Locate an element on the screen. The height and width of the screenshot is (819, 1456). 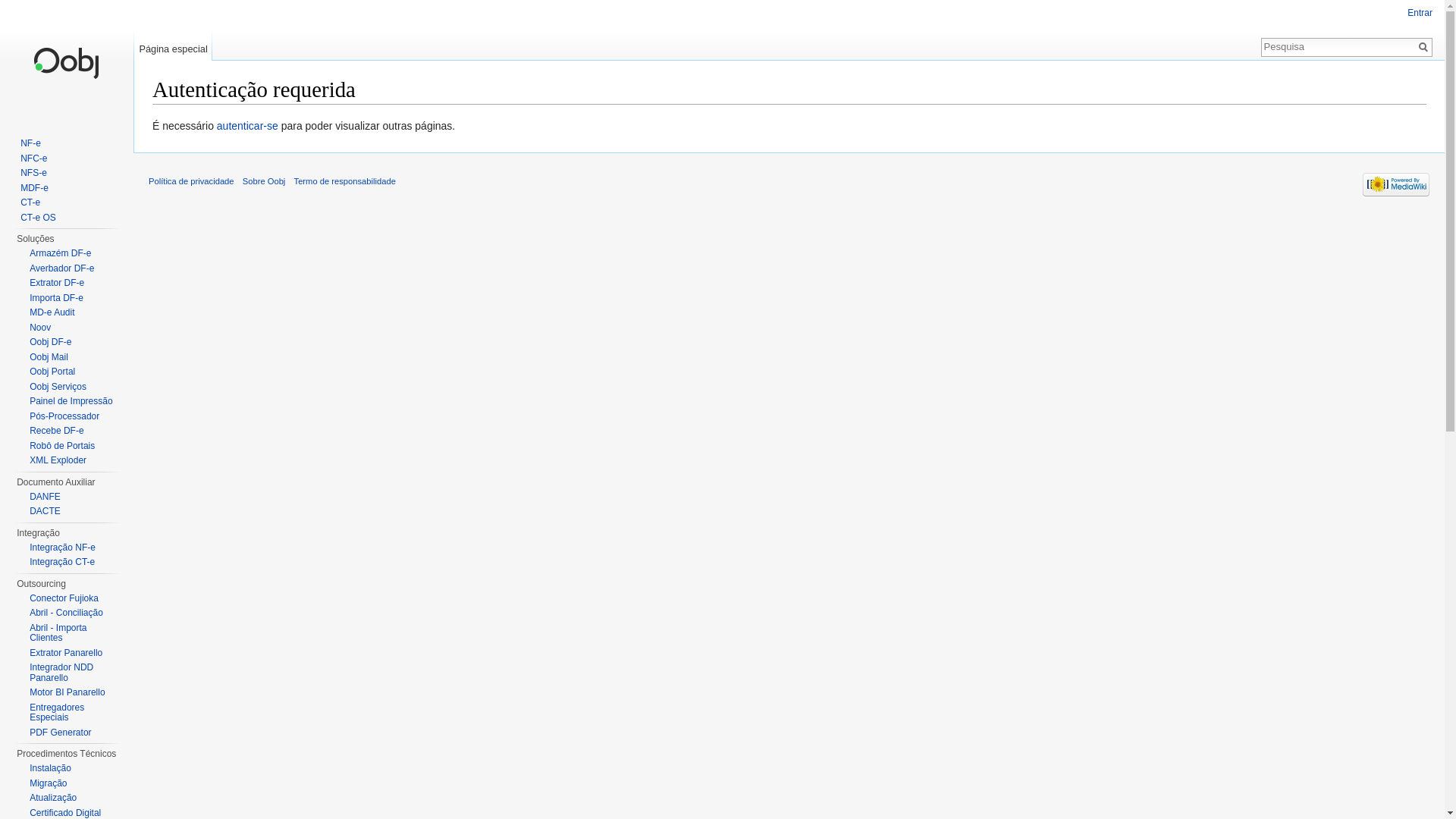
'Ir' is located at coordinates (1414, 45).